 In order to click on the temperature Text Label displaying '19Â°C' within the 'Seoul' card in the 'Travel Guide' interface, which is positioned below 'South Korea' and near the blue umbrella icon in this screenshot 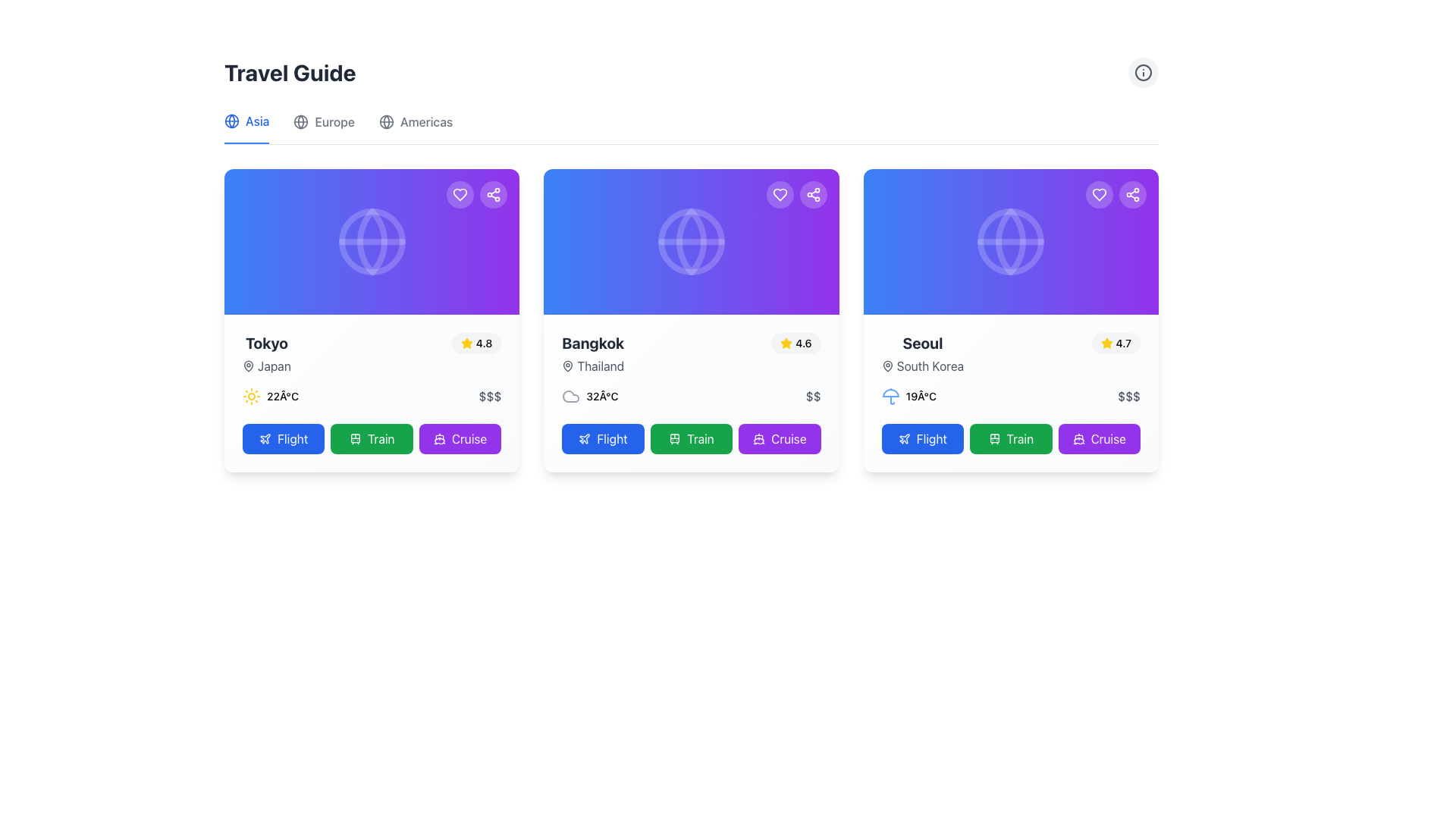, I will do `click(920, 396)`.